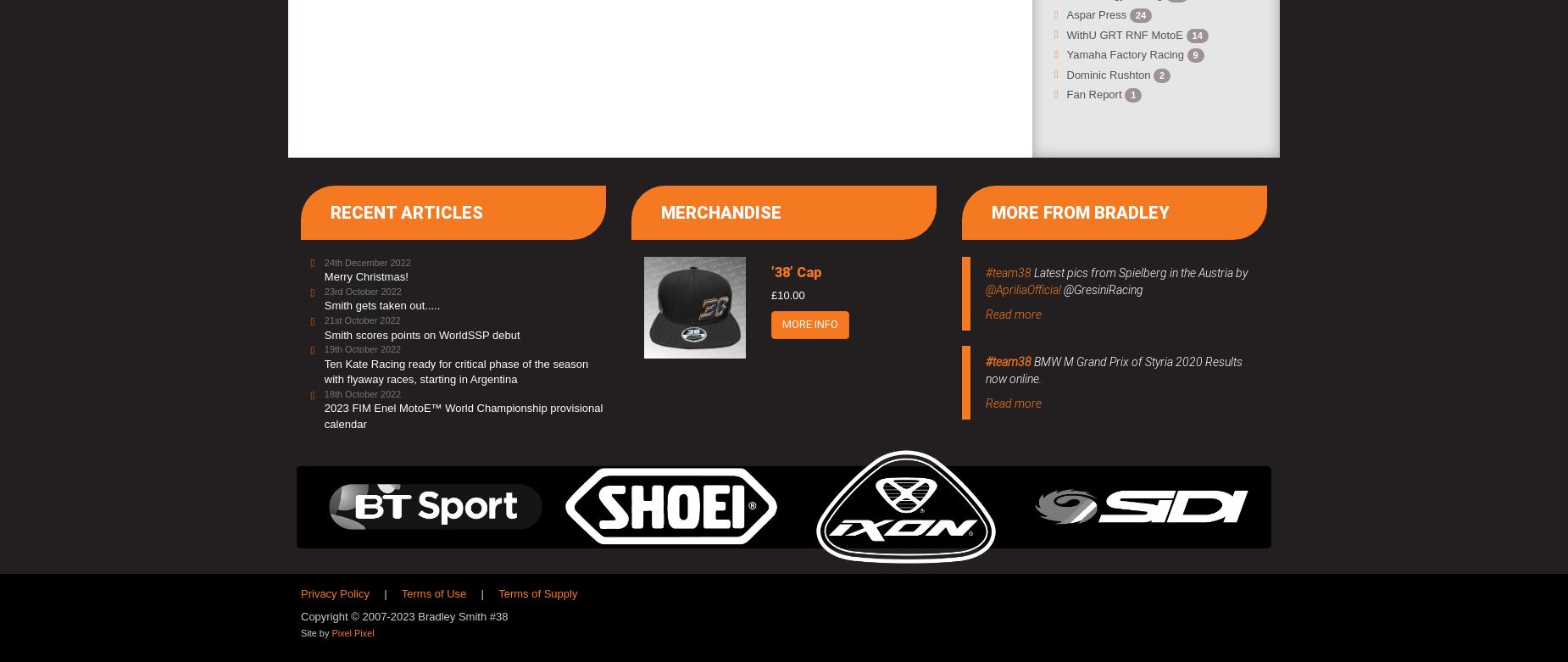  I want to click on 'Privacy Policy', so click(300, 592).